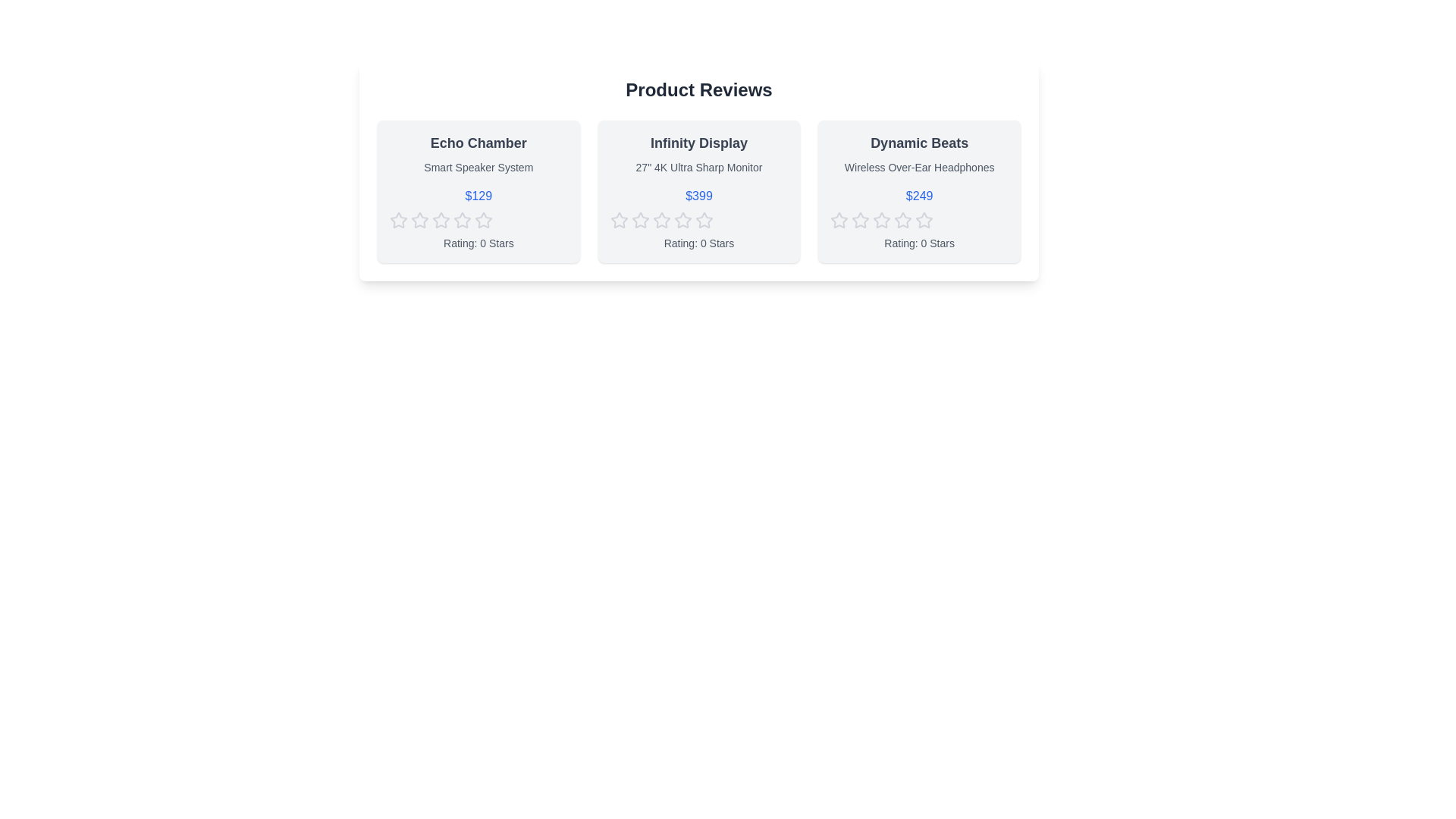 This screenshot has width=1456, height=819. I want to click on the fifth star icon in the rating system for the 'Dynamic Beats' product card, so click(903, 220).